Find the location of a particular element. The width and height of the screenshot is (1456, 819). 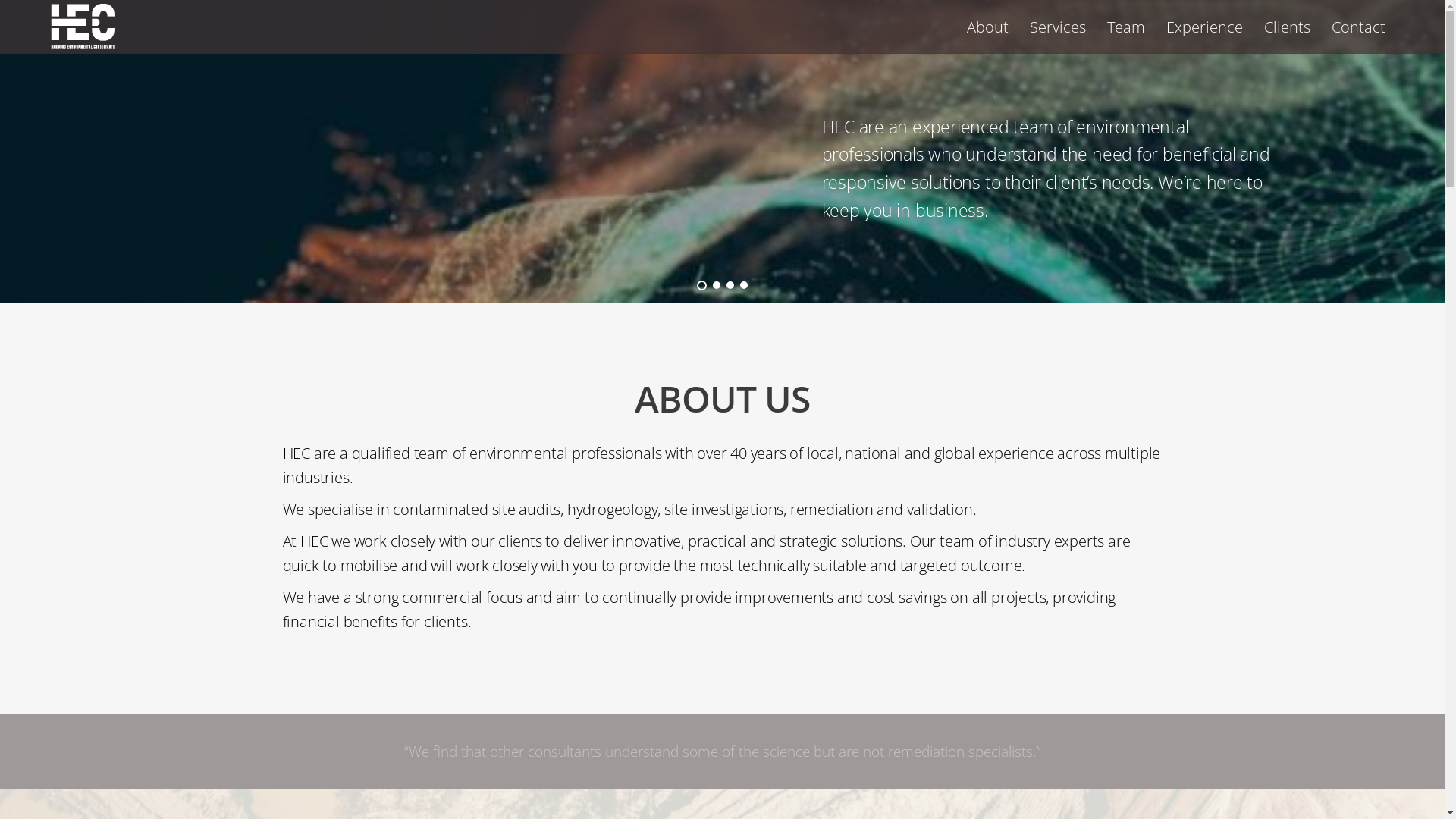

'Clients' is located at coordinates (1286, 27).